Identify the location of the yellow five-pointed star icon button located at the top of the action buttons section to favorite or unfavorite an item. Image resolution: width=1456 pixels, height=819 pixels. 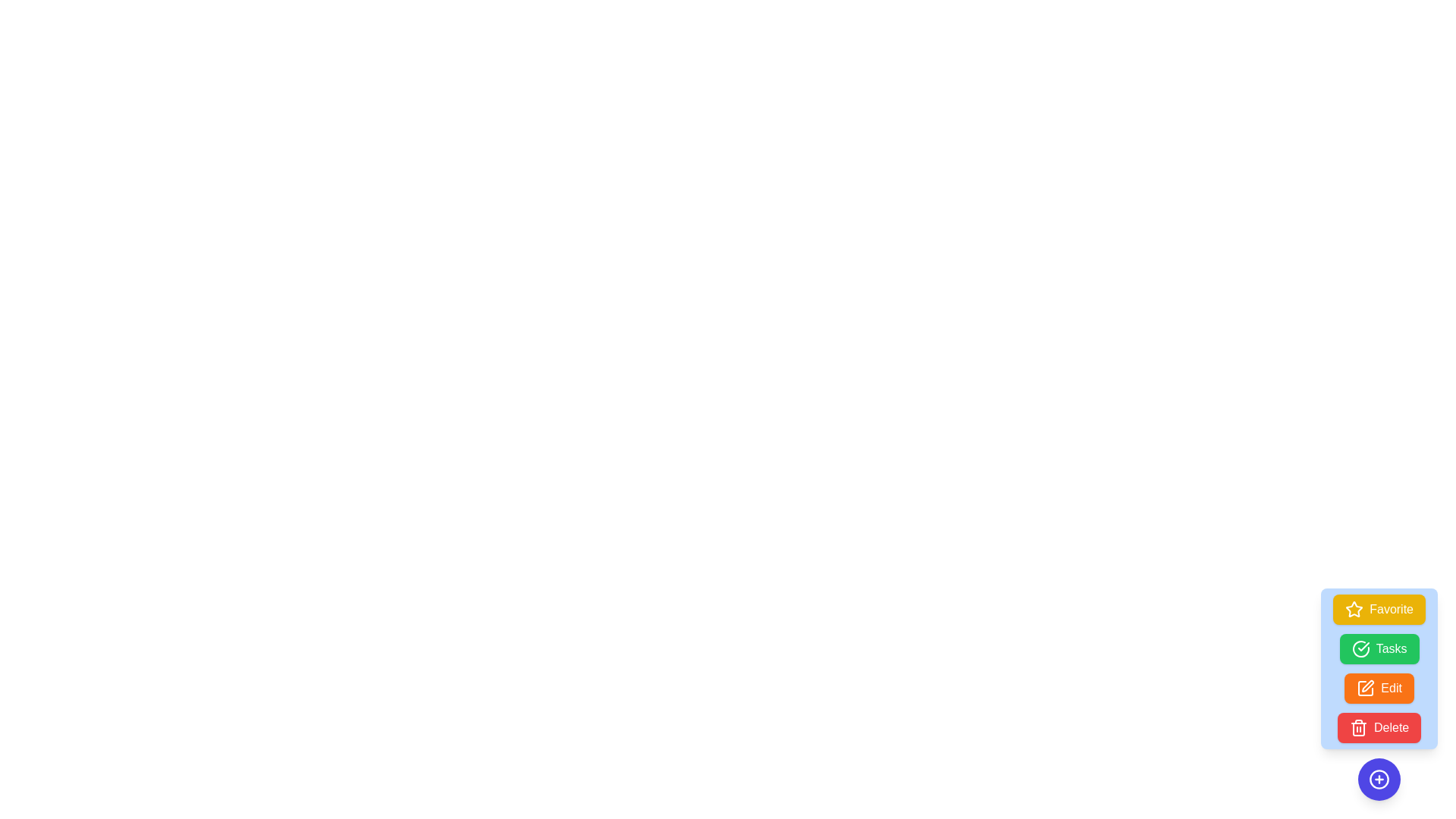
(1354, 608).